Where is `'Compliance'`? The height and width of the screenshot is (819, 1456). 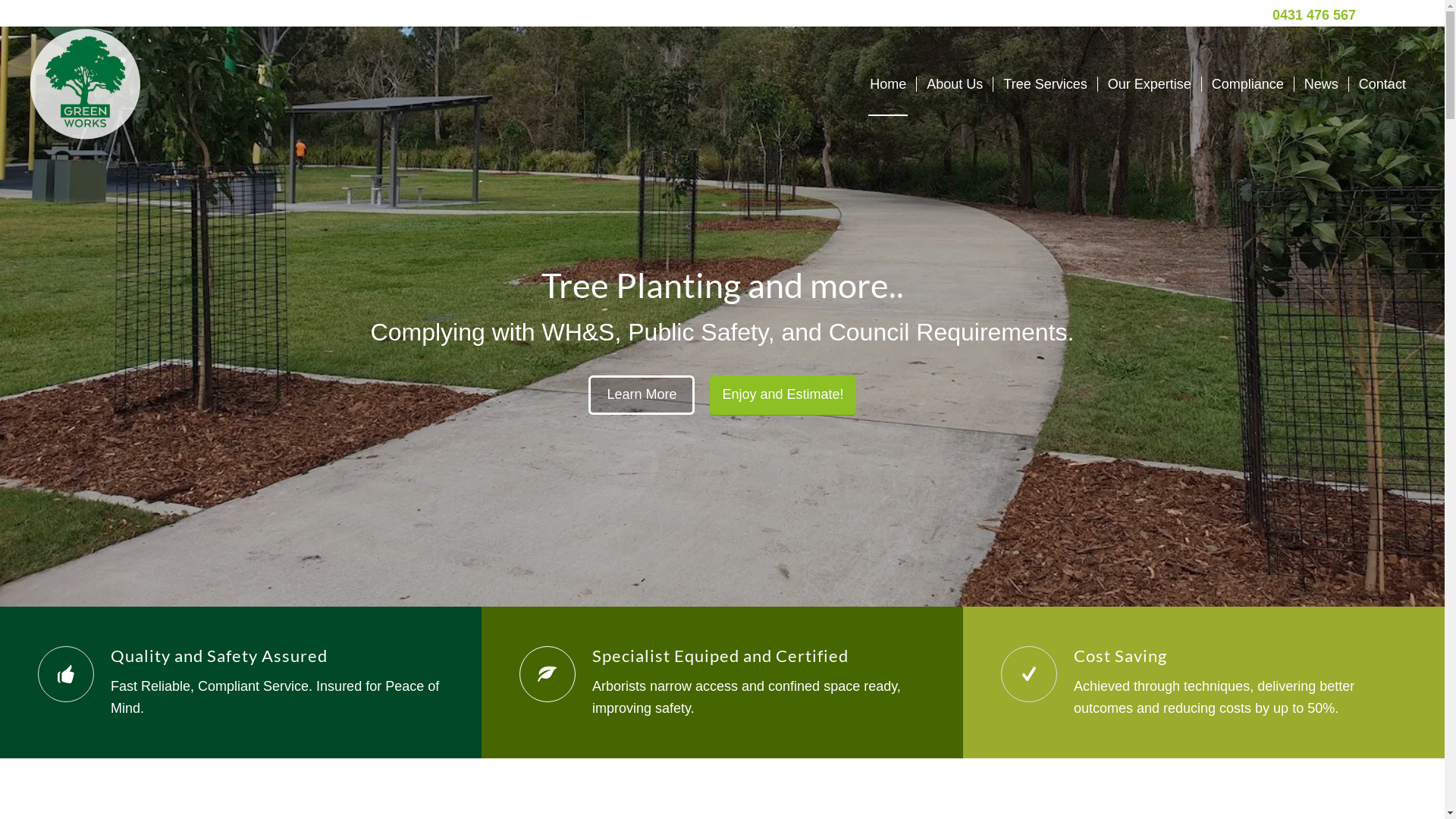
'Compliance' is located at coordinates (1247, 84).